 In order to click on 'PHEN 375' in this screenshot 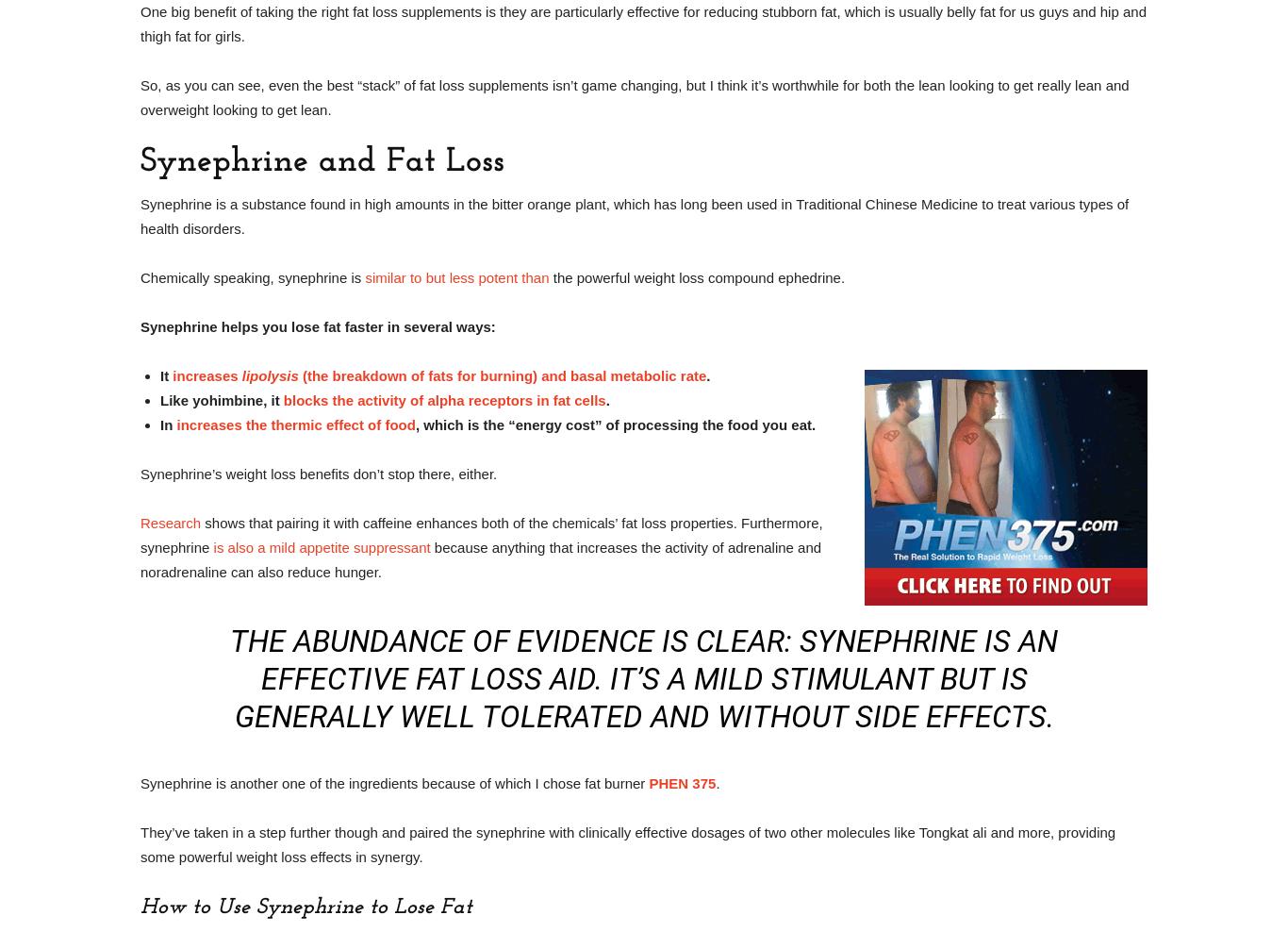, I will do `click(649, 783)`.